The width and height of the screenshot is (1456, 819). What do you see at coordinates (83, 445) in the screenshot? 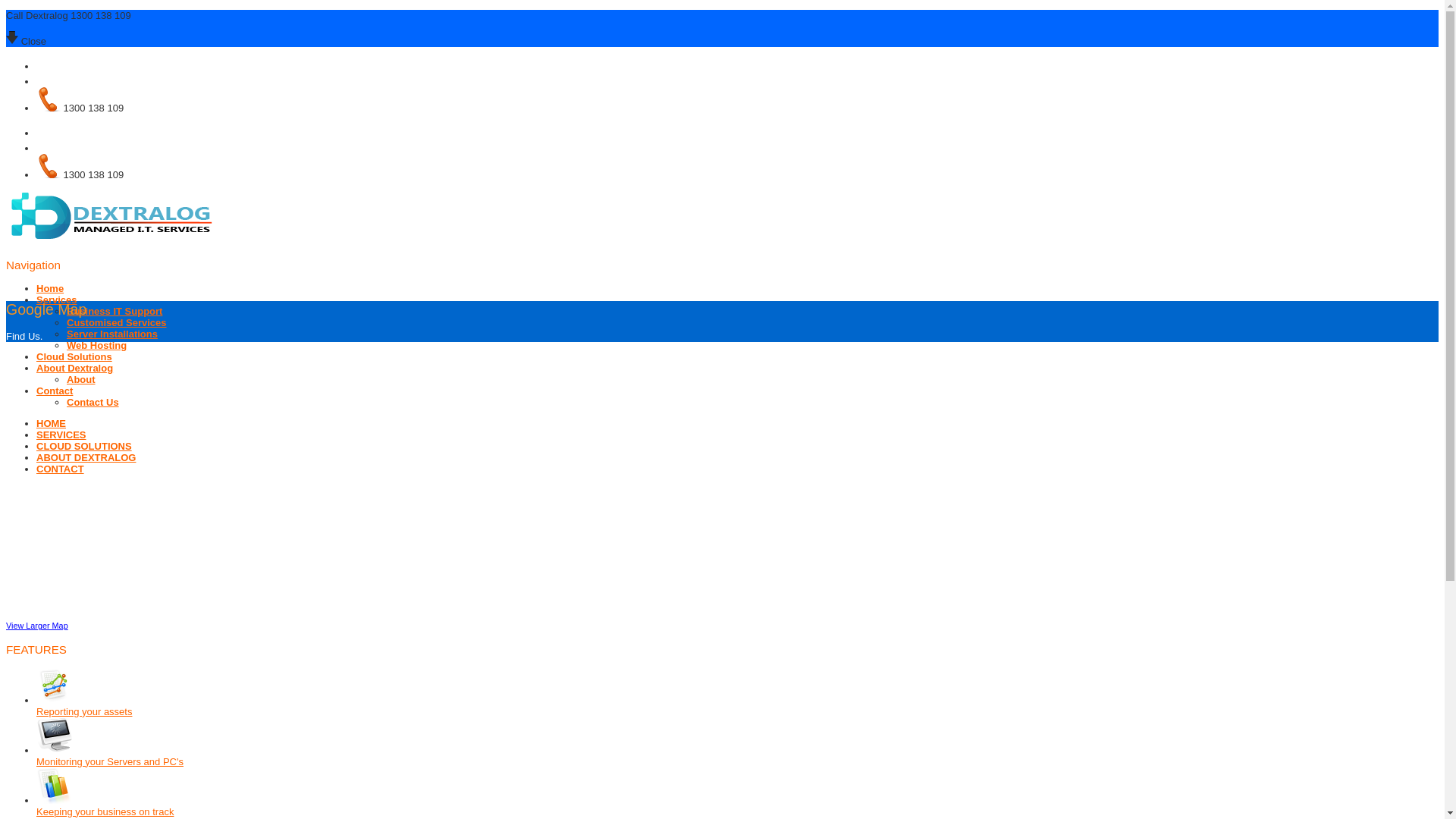
I see `'CLOUD SOLUTIONS'` at bounding box center [83, 445].